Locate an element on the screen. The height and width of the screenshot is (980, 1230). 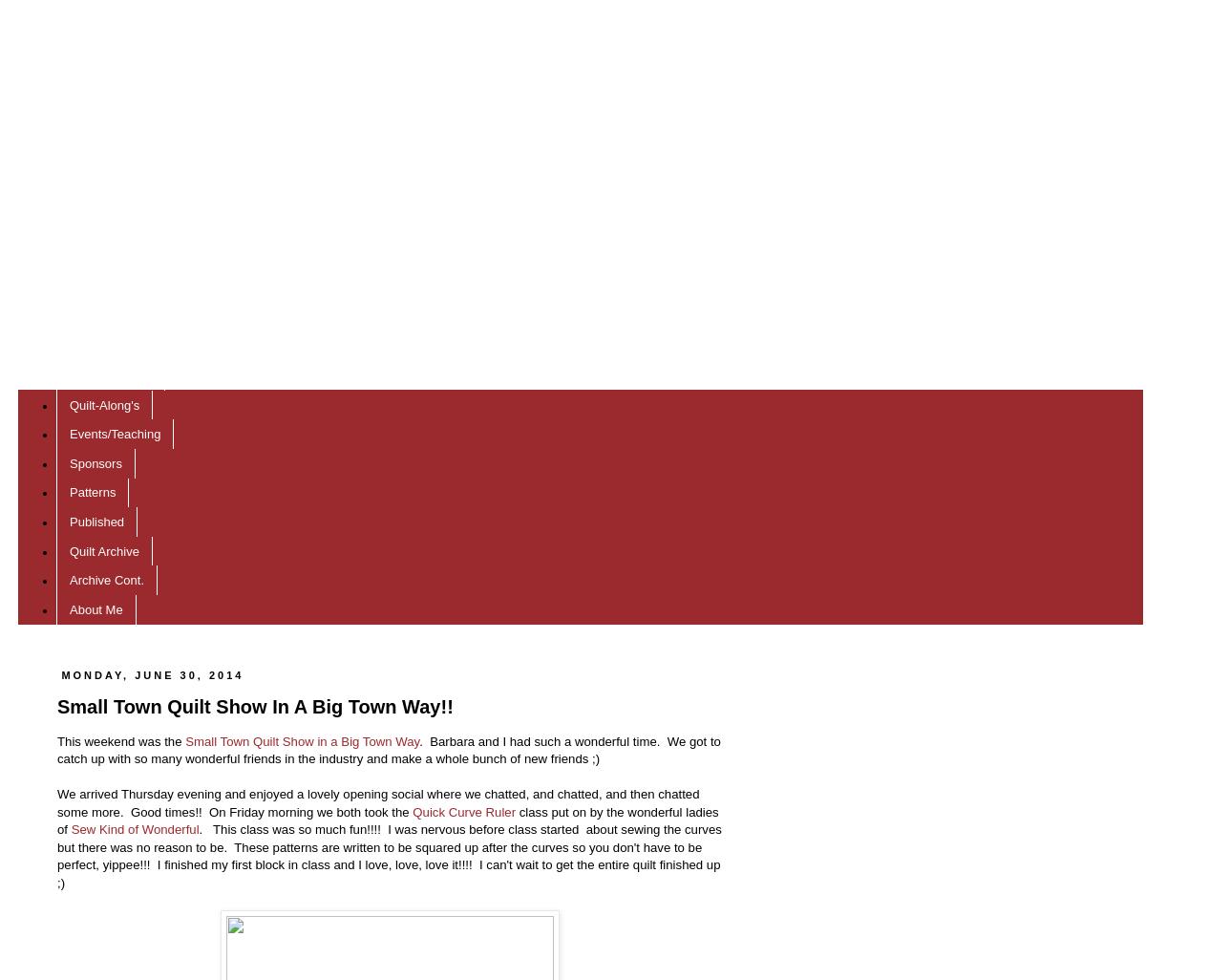
'Patterns' is located at coordinates (92, 492).